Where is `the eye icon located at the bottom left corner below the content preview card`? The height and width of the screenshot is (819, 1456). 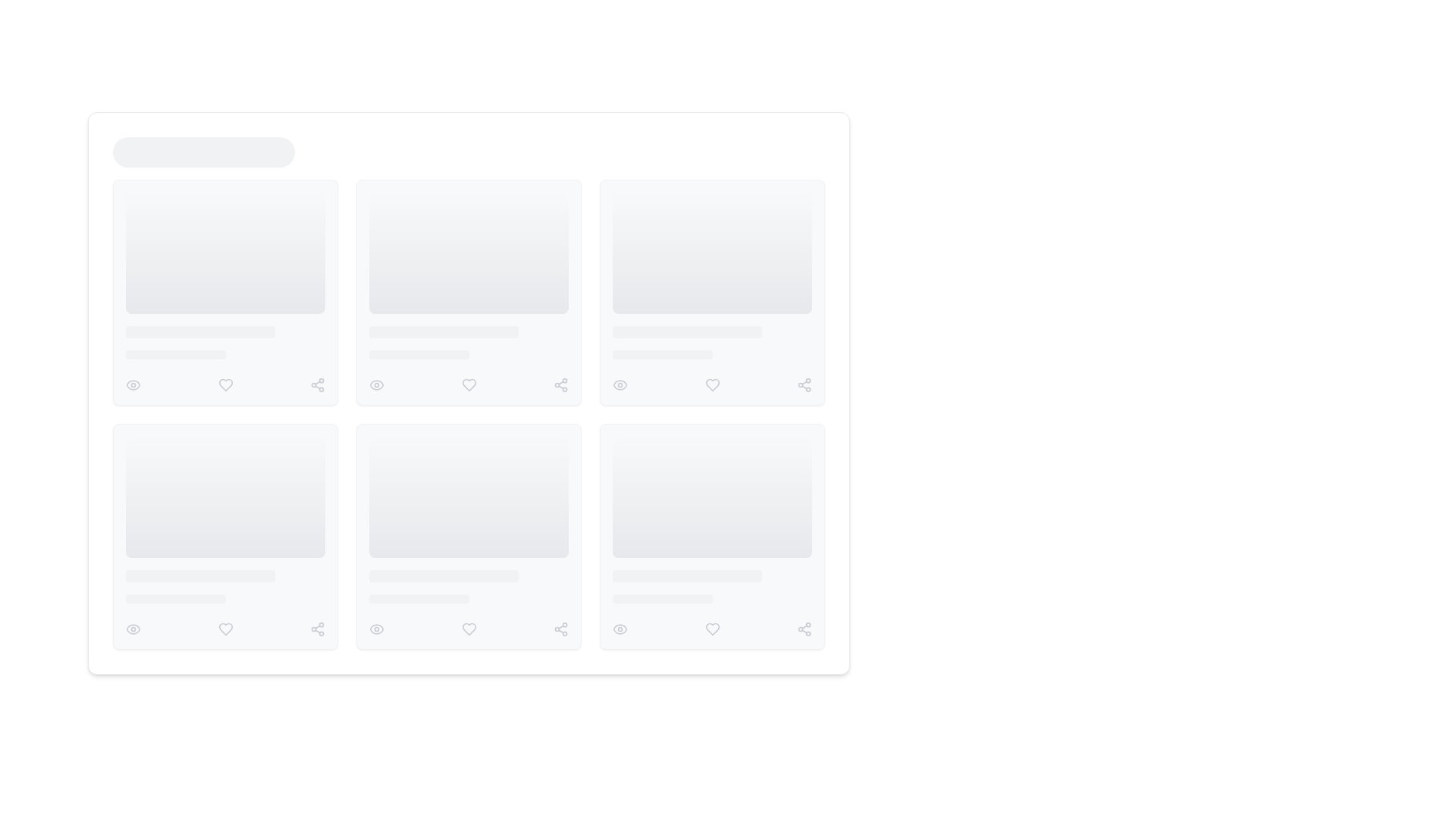 the eye icon located at the bottom left corner below the content preview card is located at coordinates (377, 629).